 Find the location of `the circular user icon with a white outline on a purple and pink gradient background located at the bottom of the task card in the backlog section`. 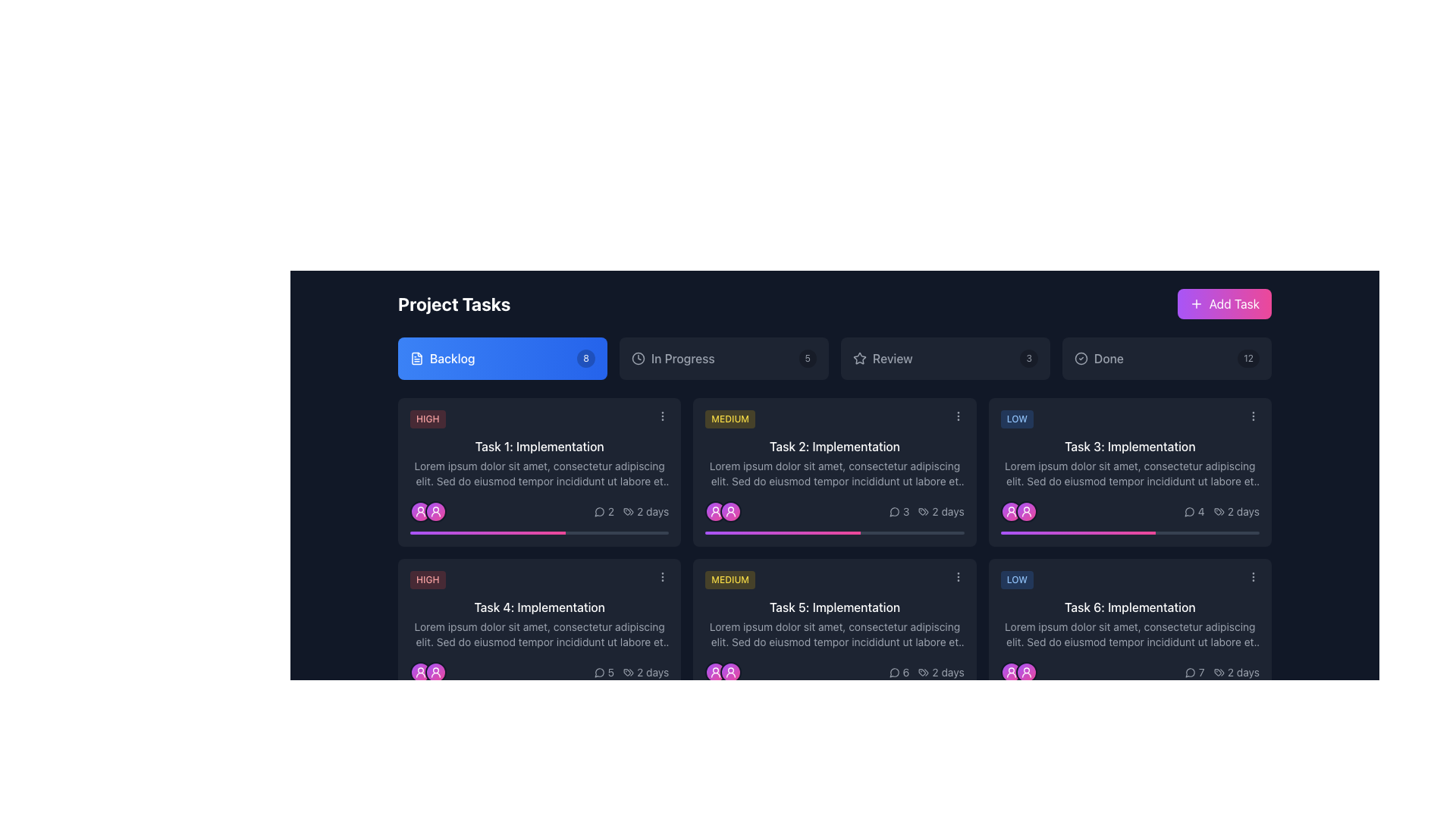

the circular user icon with a white outline on a purple and pink gradient background located at the bottom of the task card in the backlog section is located at coordinates (715, 512).